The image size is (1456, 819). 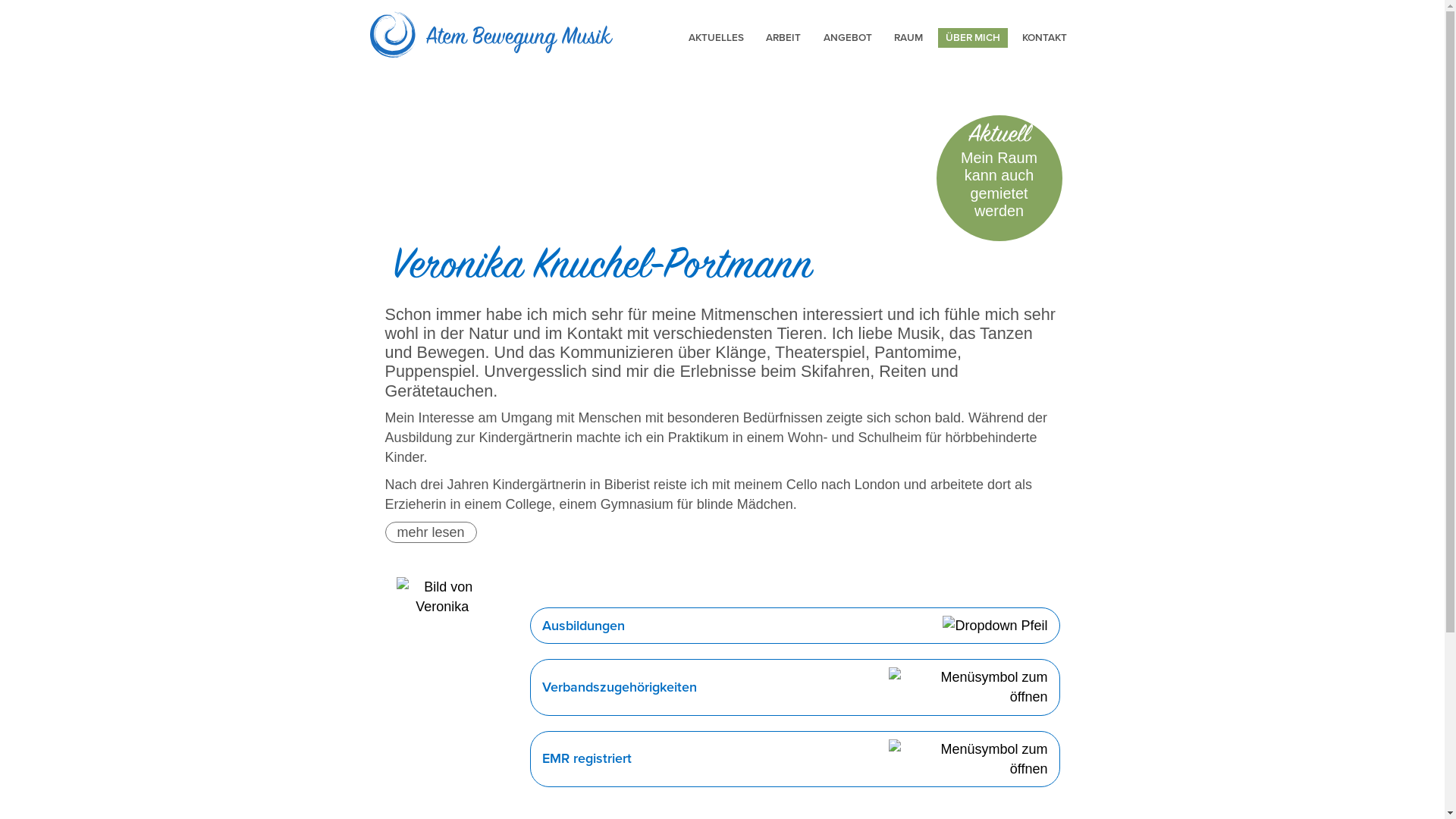 What do you see at coordinates (430, 532) in the screenshot?
I see `'mehr lesen'` at bounding box center [430, 532].